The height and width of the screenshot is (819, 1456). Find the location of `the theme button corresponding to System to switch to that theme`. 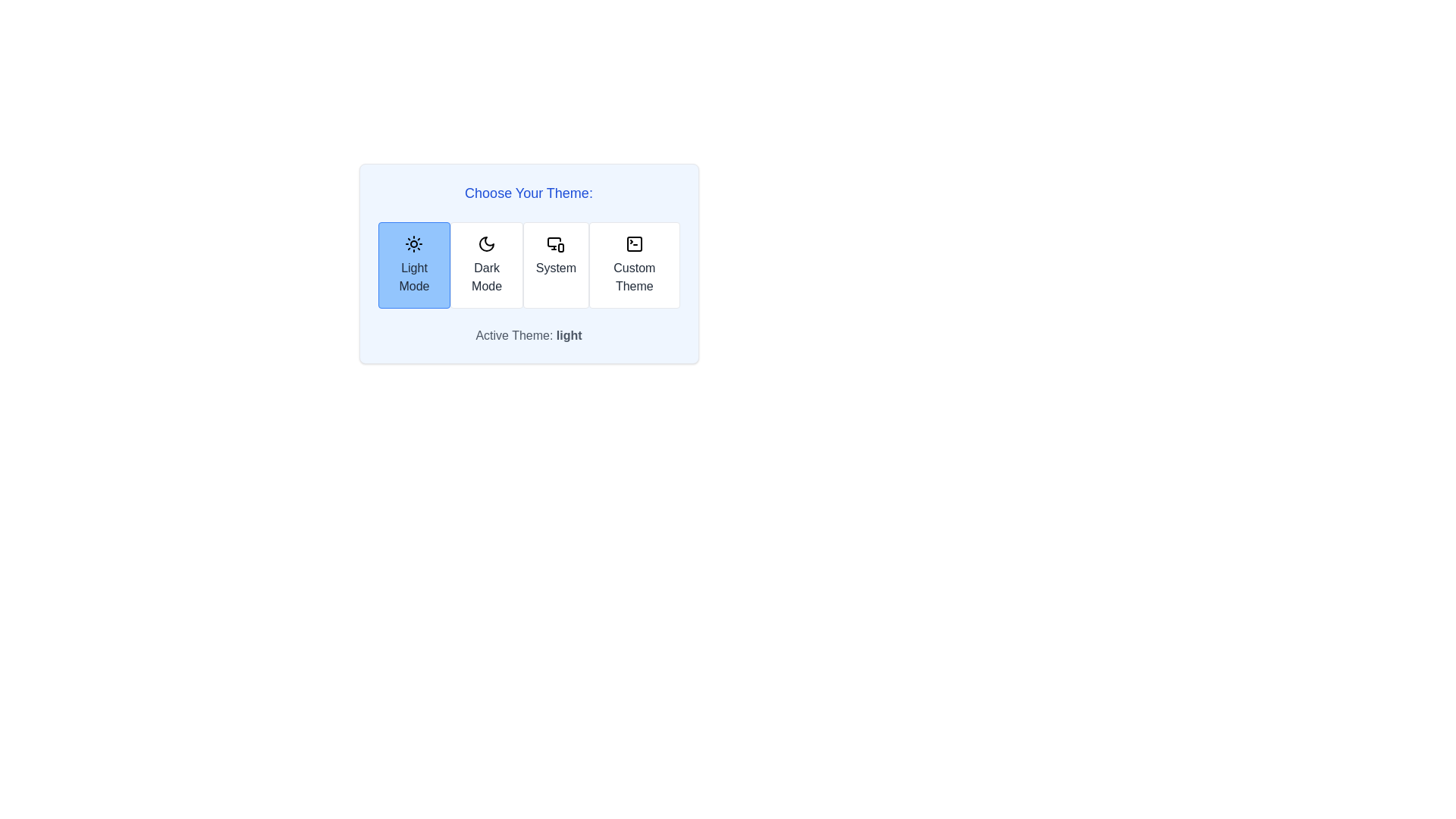

the theme button corresponding to System to switch to that theme is located at coordinates (555, 265).